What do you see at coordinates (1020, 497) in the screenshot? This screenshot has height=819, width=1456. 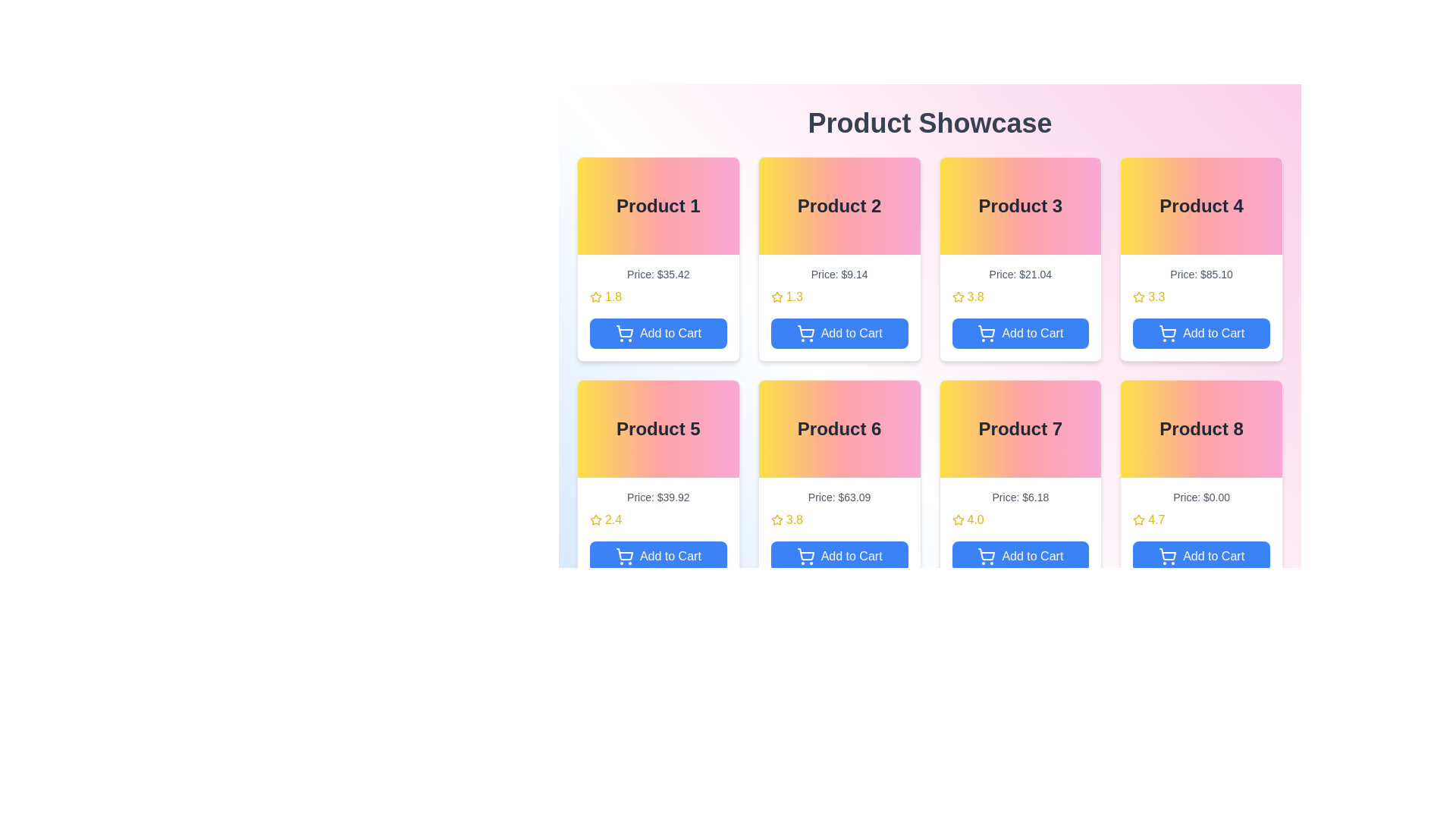 I see `displayed text from the 'Price: $6.18' label located under the 'Product 7' card, which is styled in small gray font` at bounding box center [1020, 497].